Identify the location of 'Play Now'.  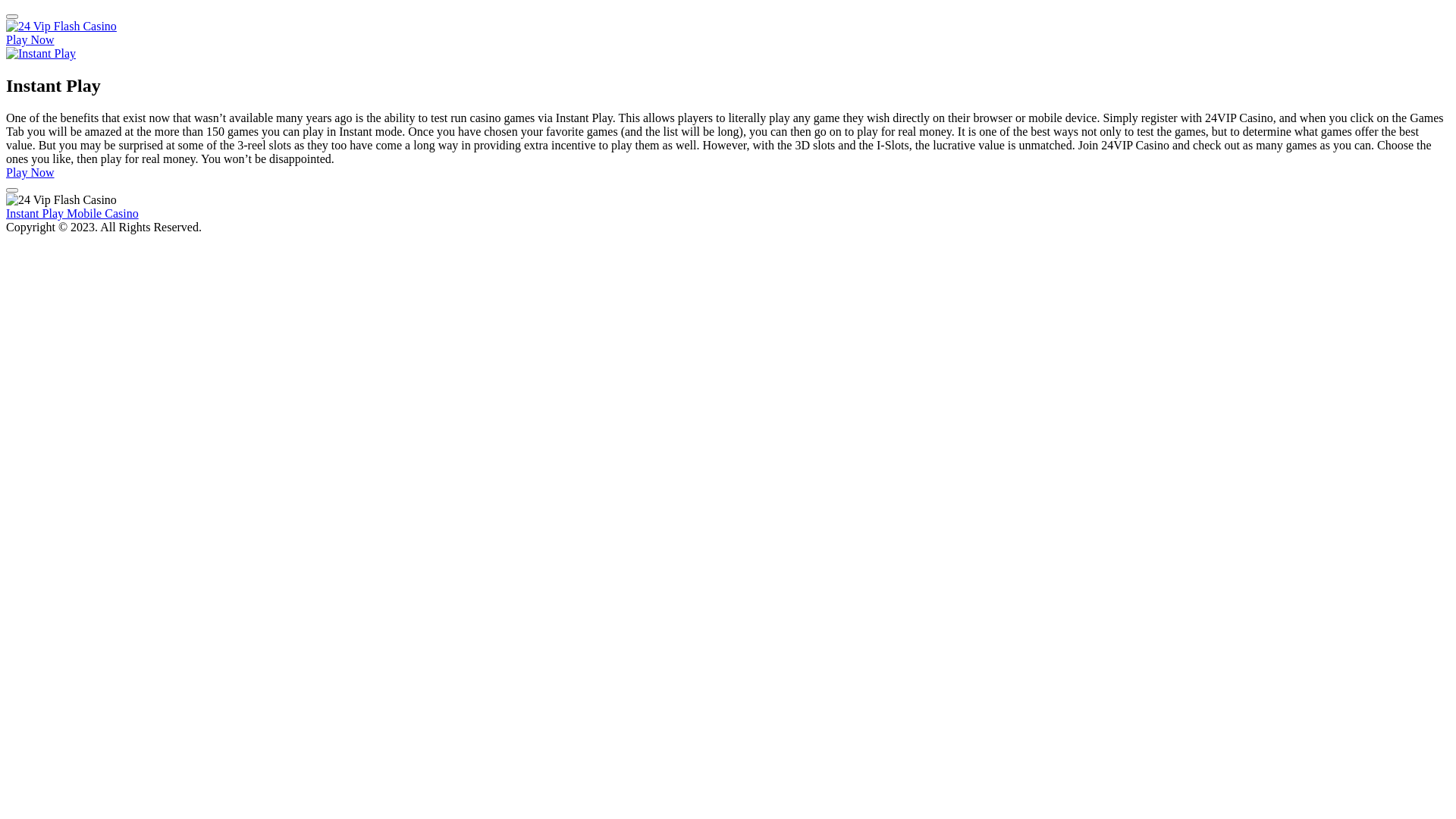
(6, 171).